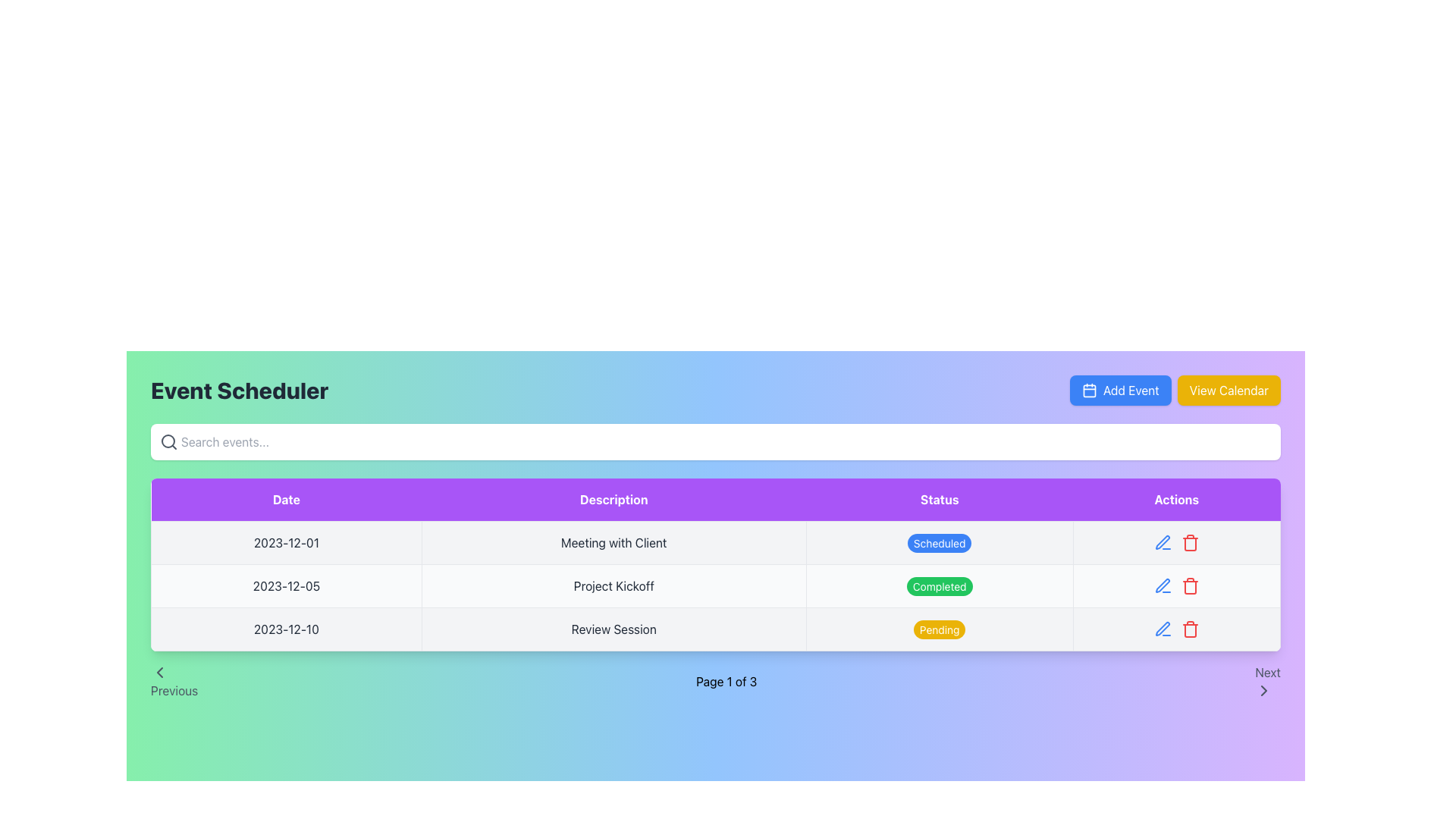 This screenshot has height=819, width=1456. Describe the element at coordinates (1162, 629) in the screenshot. I see `the edit icon button in the Actions column of the bottom row of the table` at that location.